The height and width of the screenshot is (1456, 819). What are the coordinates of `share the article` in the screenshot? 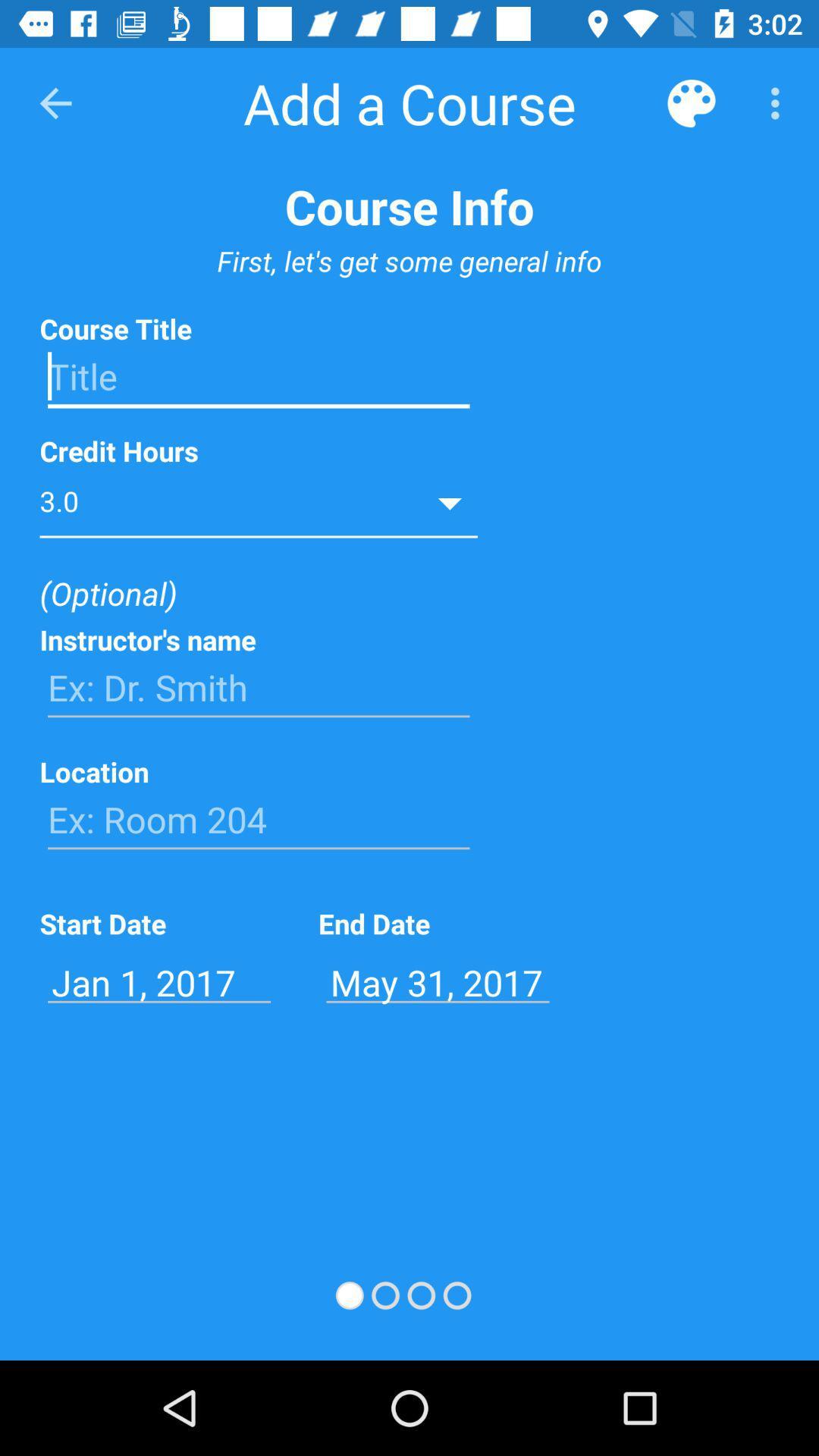 It's located at (258, 377).